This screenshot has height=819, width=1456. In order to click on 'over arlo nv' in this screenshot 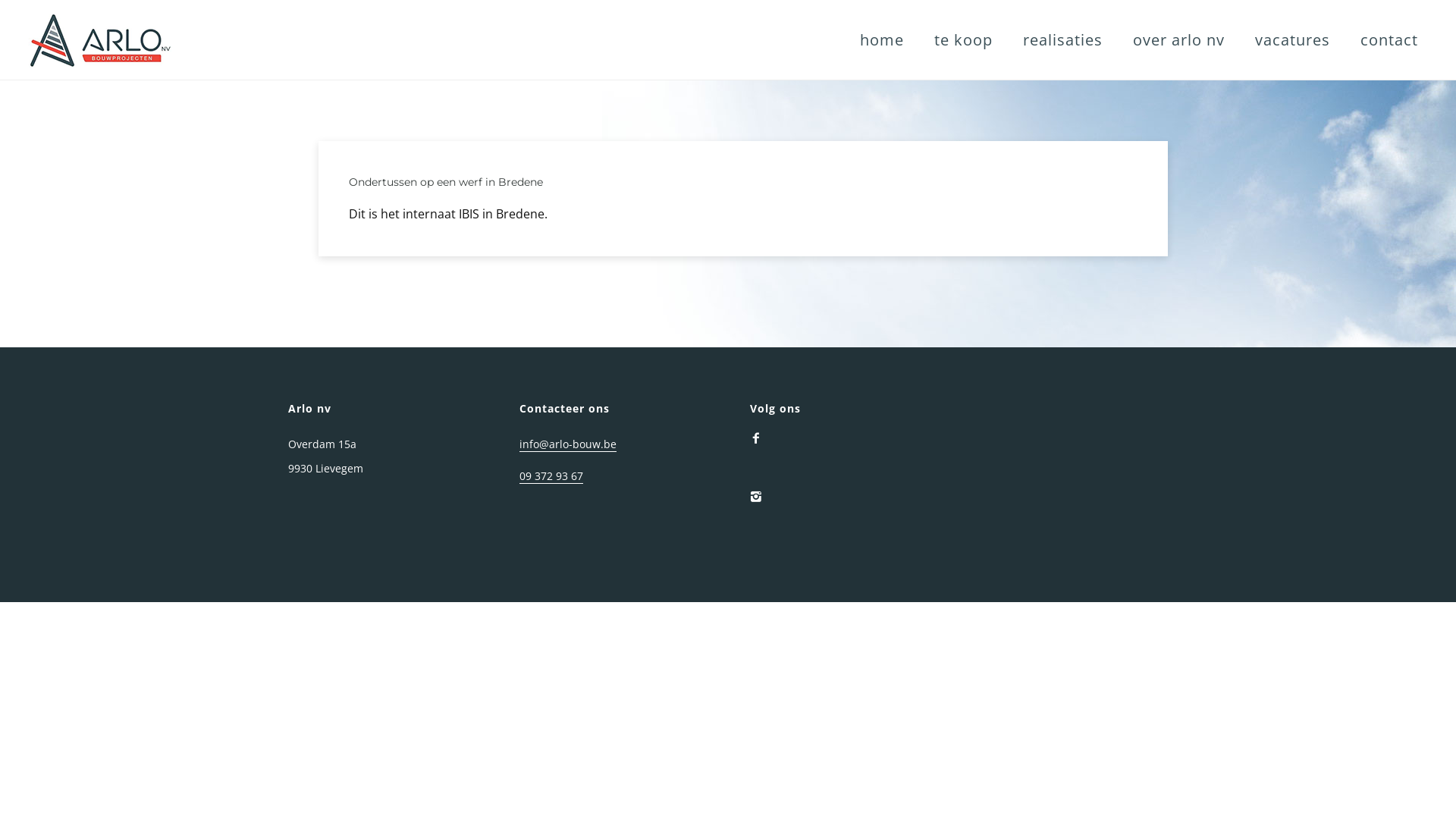, I will do `click(1178, 39)`.